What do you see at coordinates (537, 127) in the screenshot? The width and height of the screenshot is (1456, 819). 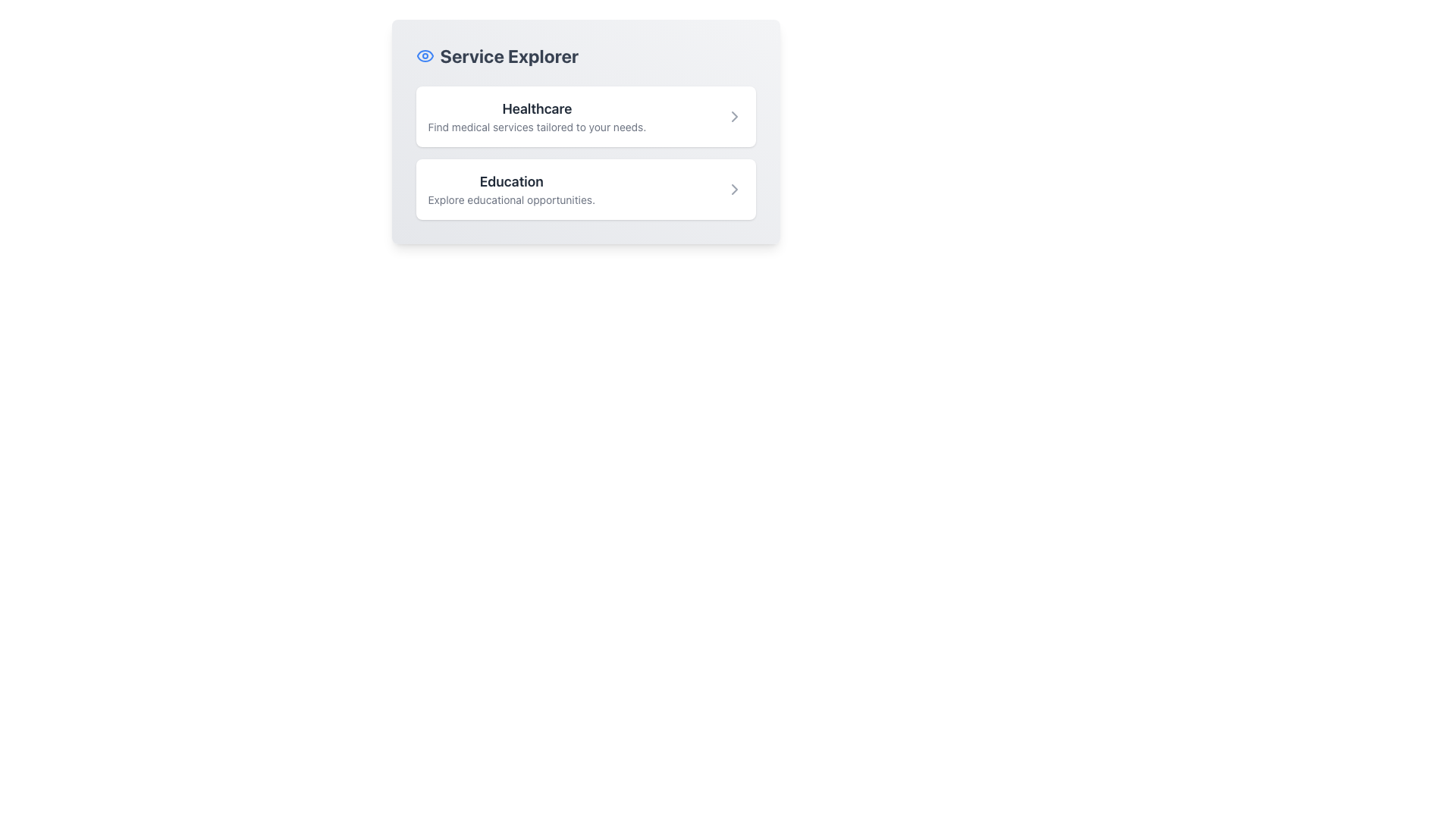 I see `the descriptive subtitle text 'Find medical services tailored to your needs.' located below the main title 'Healthcare' in the Healthcare block` at bounding box center [537, 127].